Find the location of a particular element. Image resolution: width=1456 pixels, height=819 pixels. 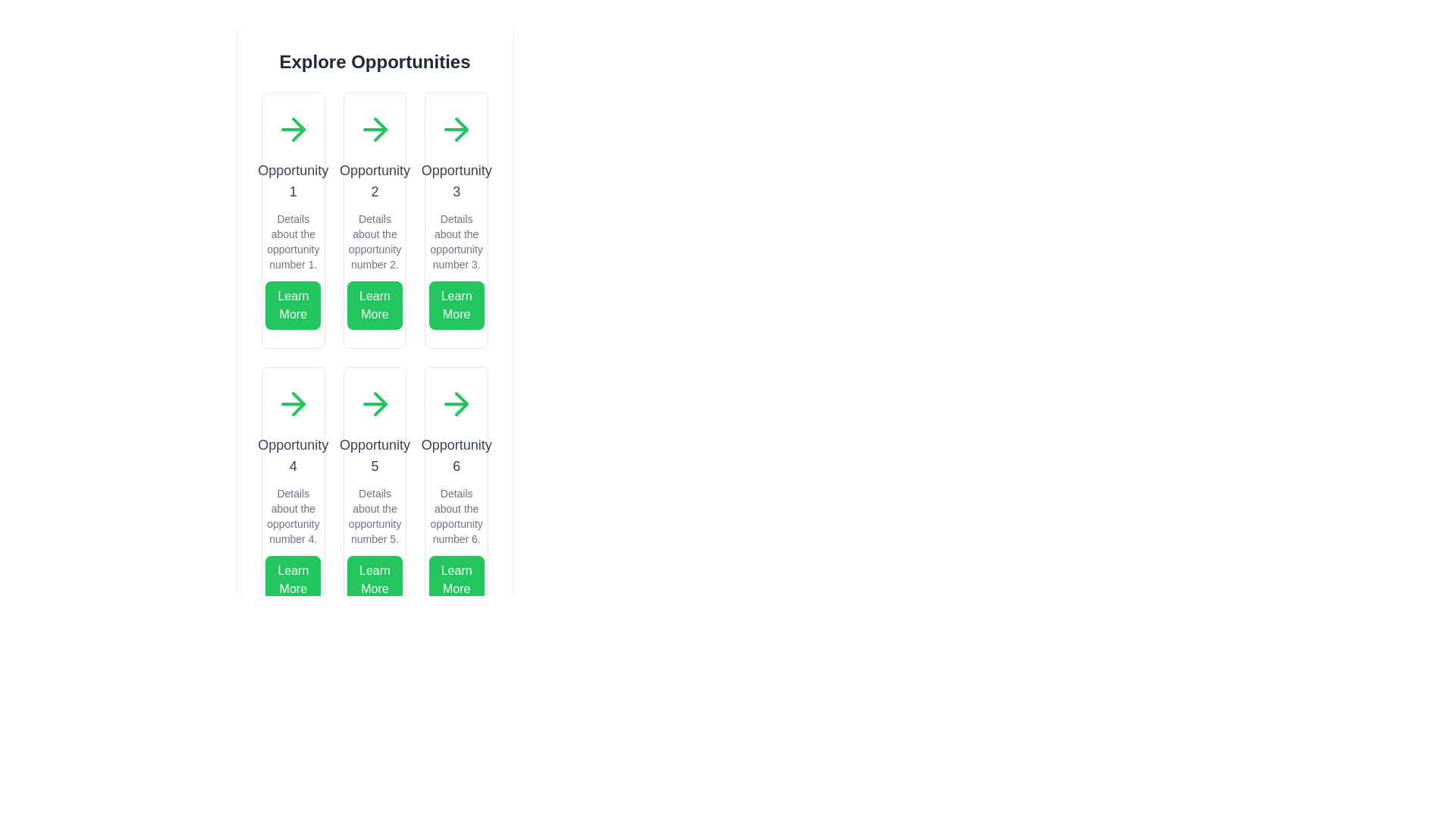

the static text header that displays 'Explore Opportunities', which is styled in bold and large font, located at the top of the section containing opportunity cards is located at coordinates (375, 61).